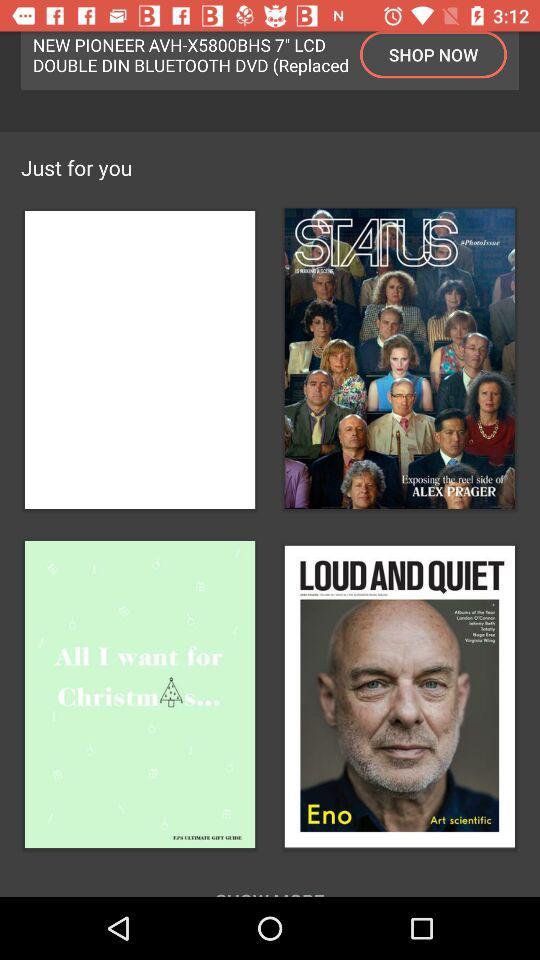 The width and height of the screenshot is (540, 960). Describe the element at coordinates (432, 53) in the screenshot. I see `icon next to the new pioneer avh item` at that location.